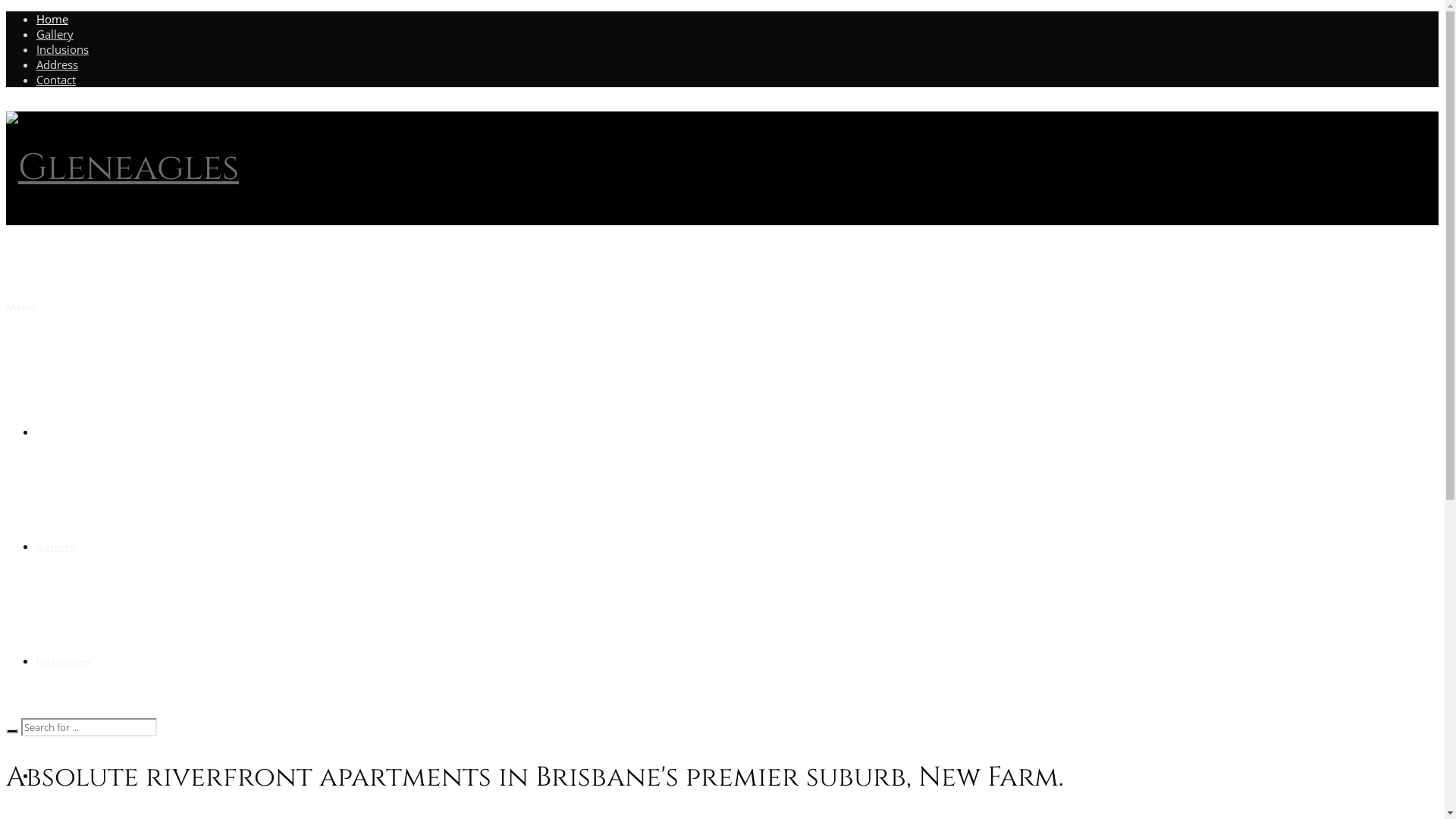  Describe the element at coordinates (122, 168) in the screenshot. I see `'Gleneagles'` at that location.